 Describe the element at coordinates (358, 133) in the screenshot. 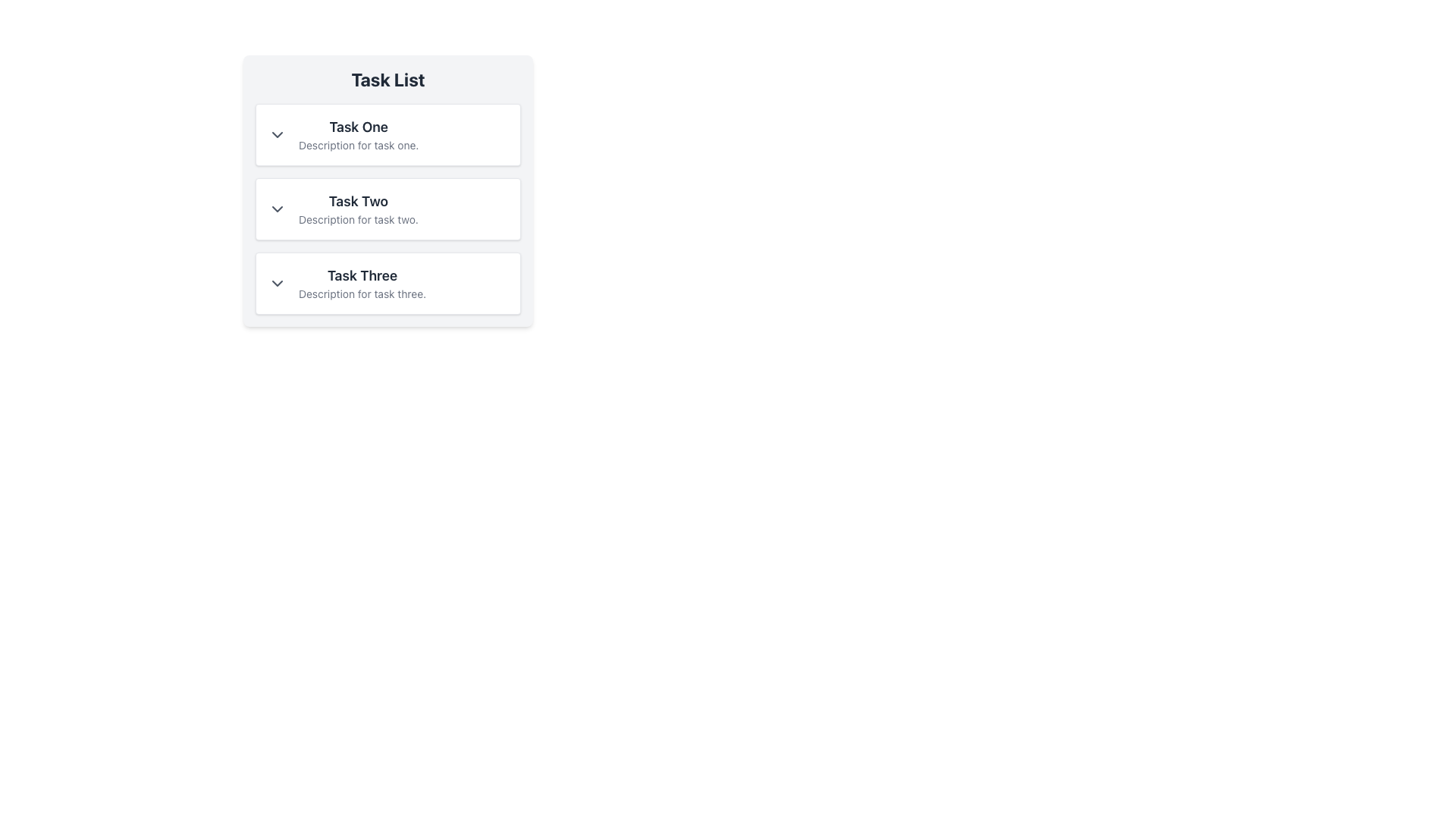

I see `the first task item in the vertical list of tasks, located directly under the 'Task List' heading, which displays the task's title and description` at that location.